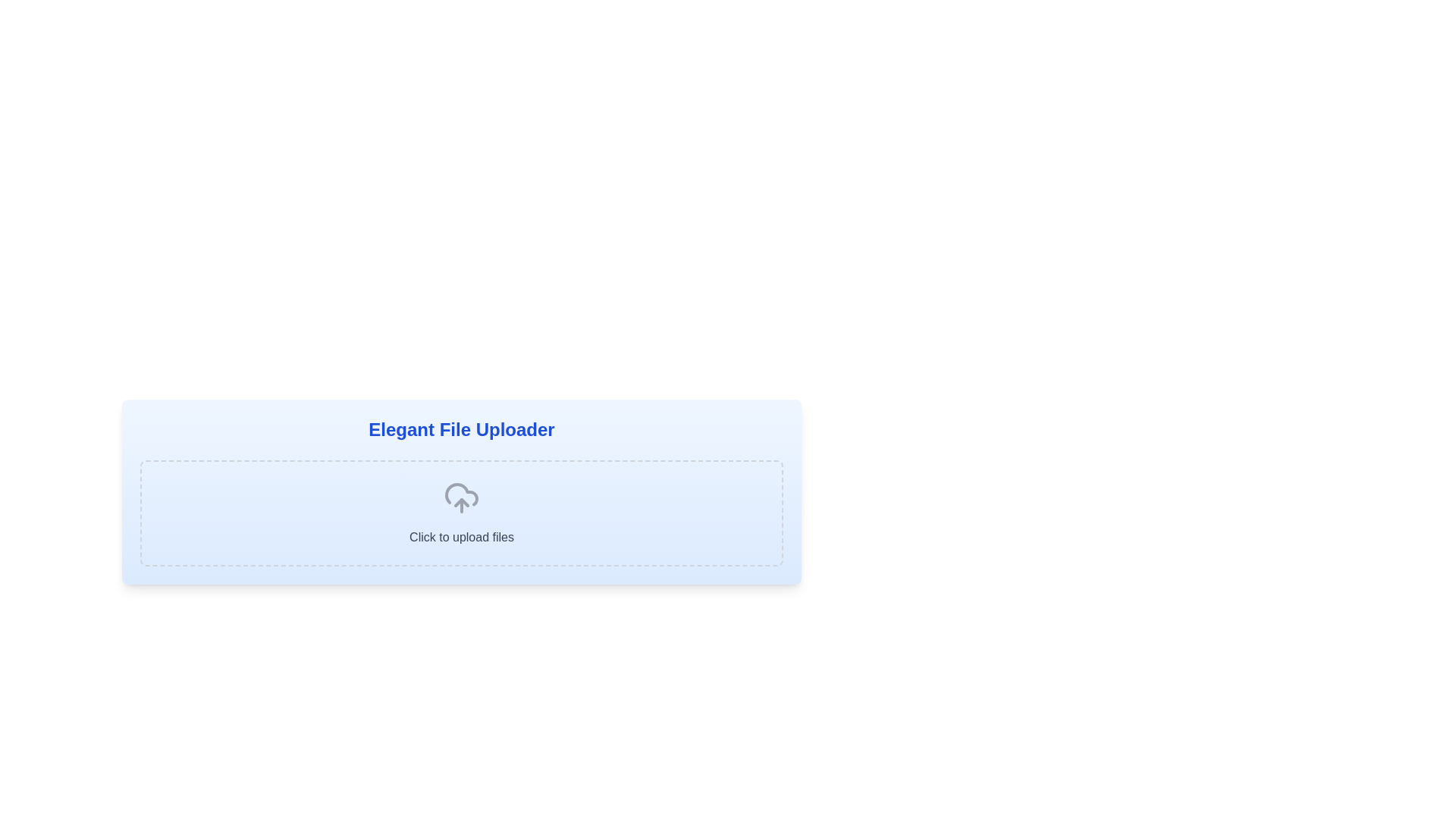 Image resolution: width=1456 pixels, height=819 pixels. Describe the element at coordinates (461, 513) in the screenshot. I see `the Interactive upload button located in the 'Elegant File Uploader' section to trigger additional styling effects` at that location.